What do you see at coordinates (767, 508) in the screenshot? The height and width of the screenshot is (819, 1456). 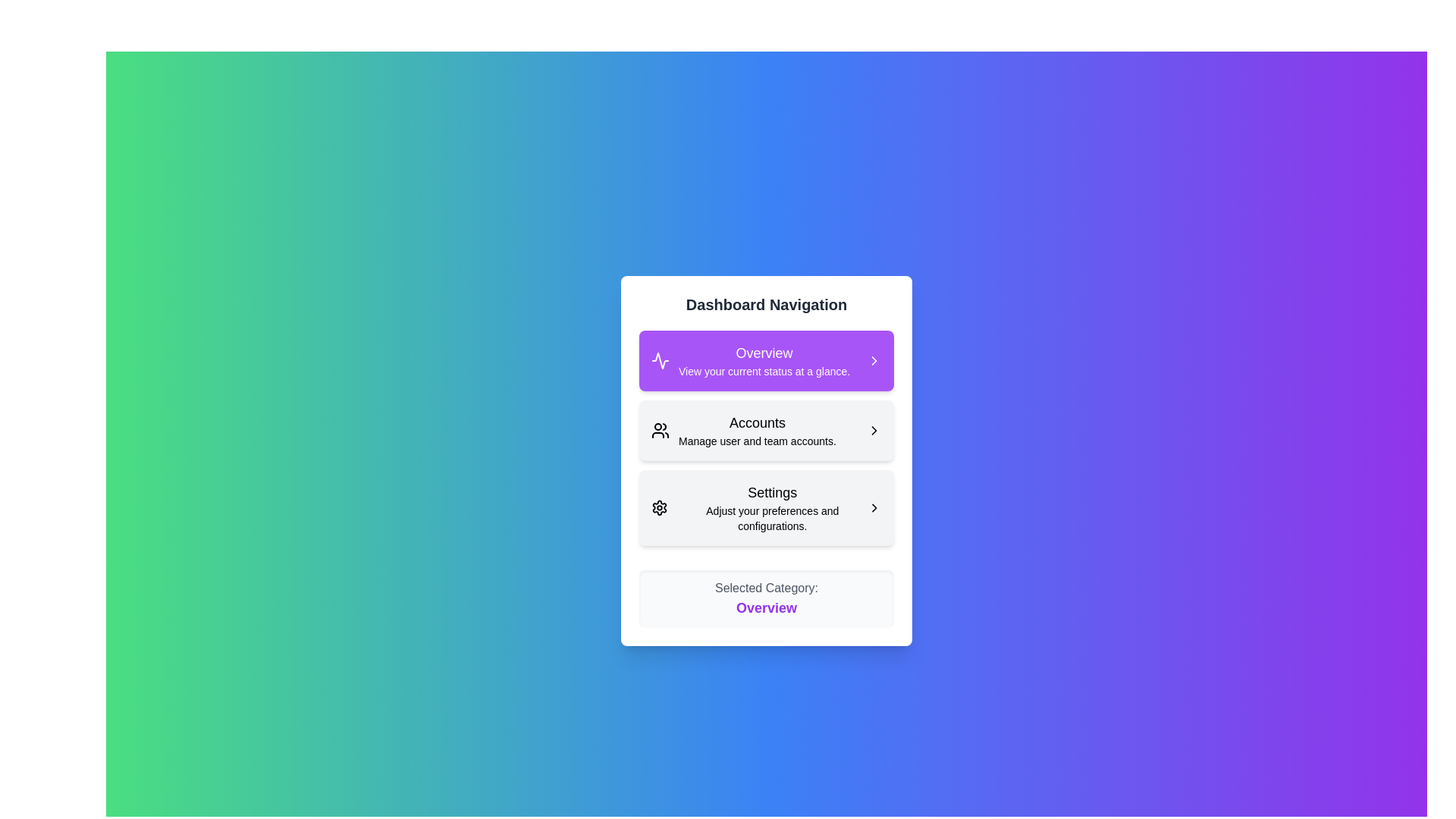 I see `the menu item corresponding to Settings` at bounding box center [767, 508].